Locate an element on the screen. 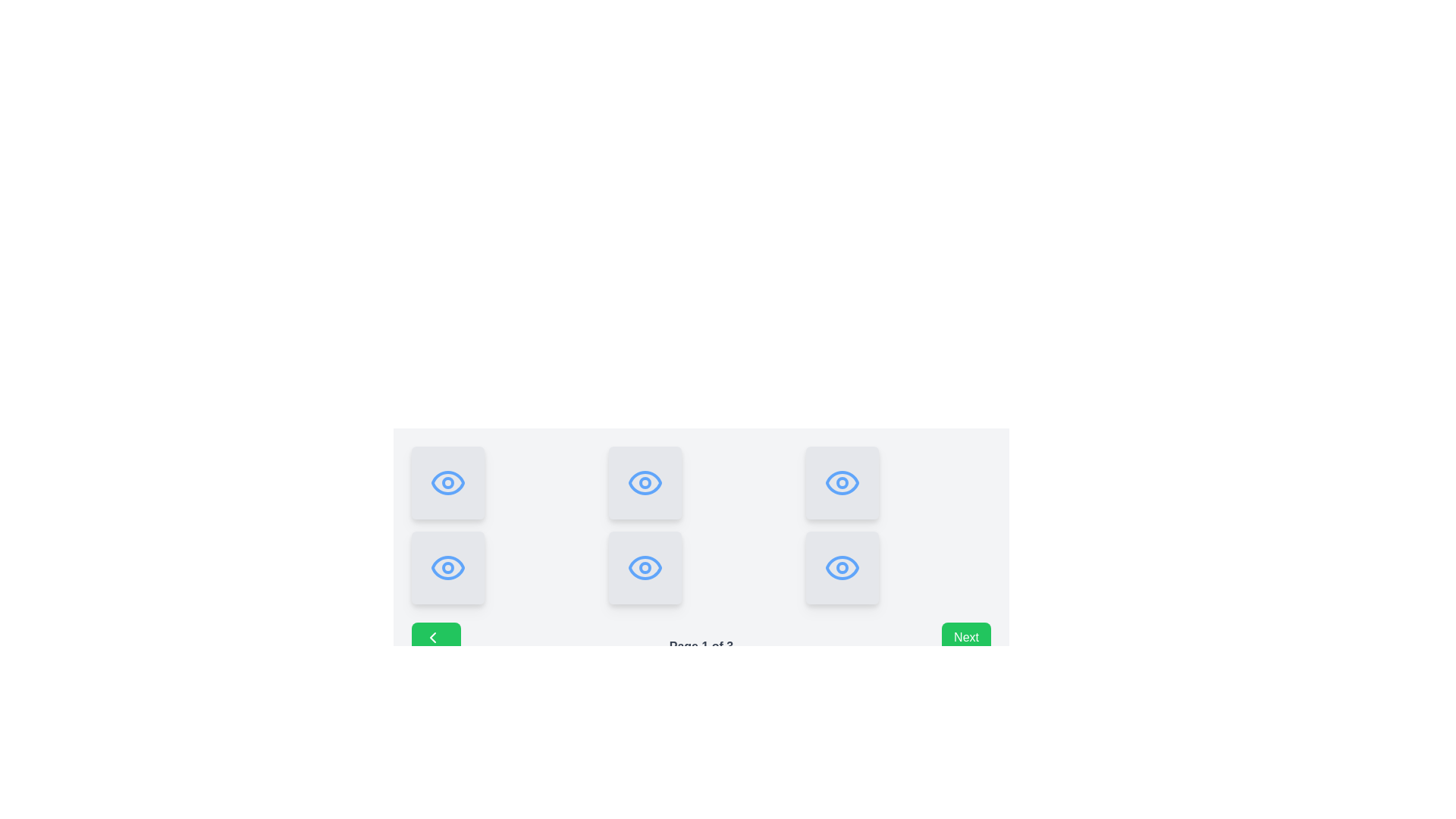 This screenshot has height=819, width=1456. the stylized eye icon with a blue stroke color located in the second row and second column of the grid is located at coordinates (645, 482).